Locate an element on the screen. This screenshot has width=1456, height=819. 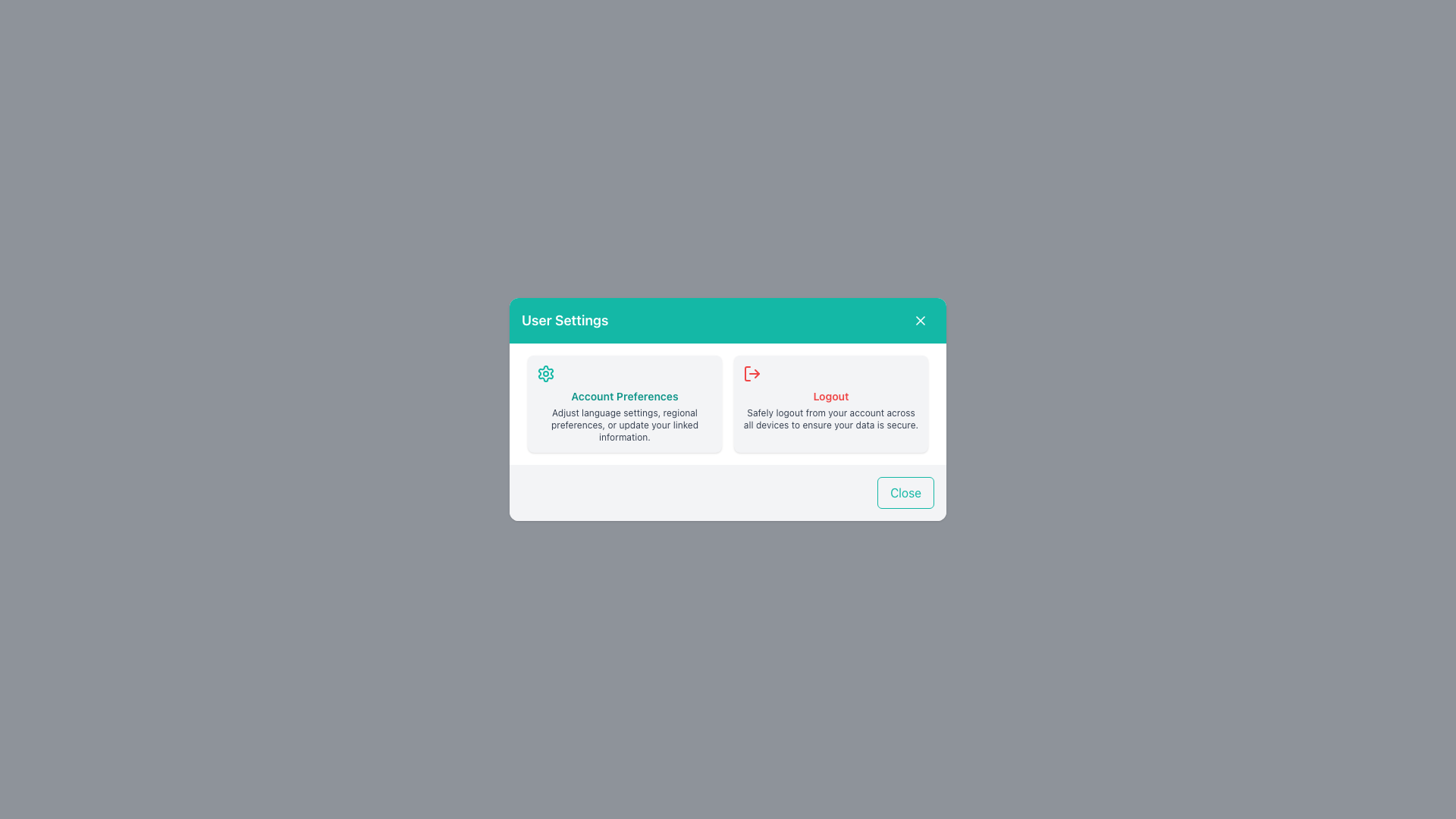
the log-out icon which is centrally located within the 'Logout' card, positioned above the word 'Logout' and its descriptive text is located at coordinates (752, 374).